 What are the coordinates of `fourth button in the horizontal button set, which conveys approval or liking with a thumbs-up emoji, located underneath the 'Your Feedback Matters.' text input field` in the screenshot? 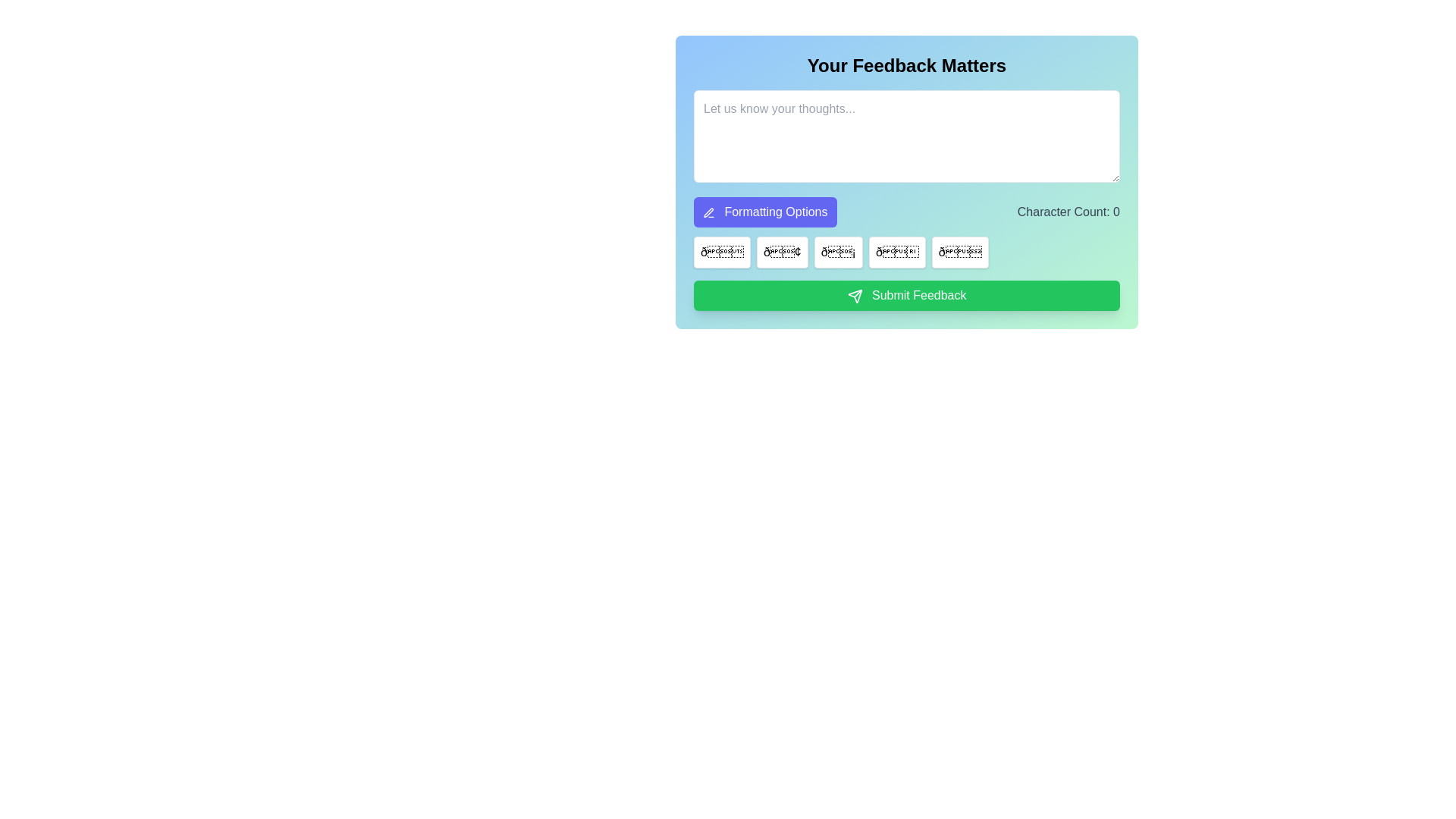 It's located at (897, 251).